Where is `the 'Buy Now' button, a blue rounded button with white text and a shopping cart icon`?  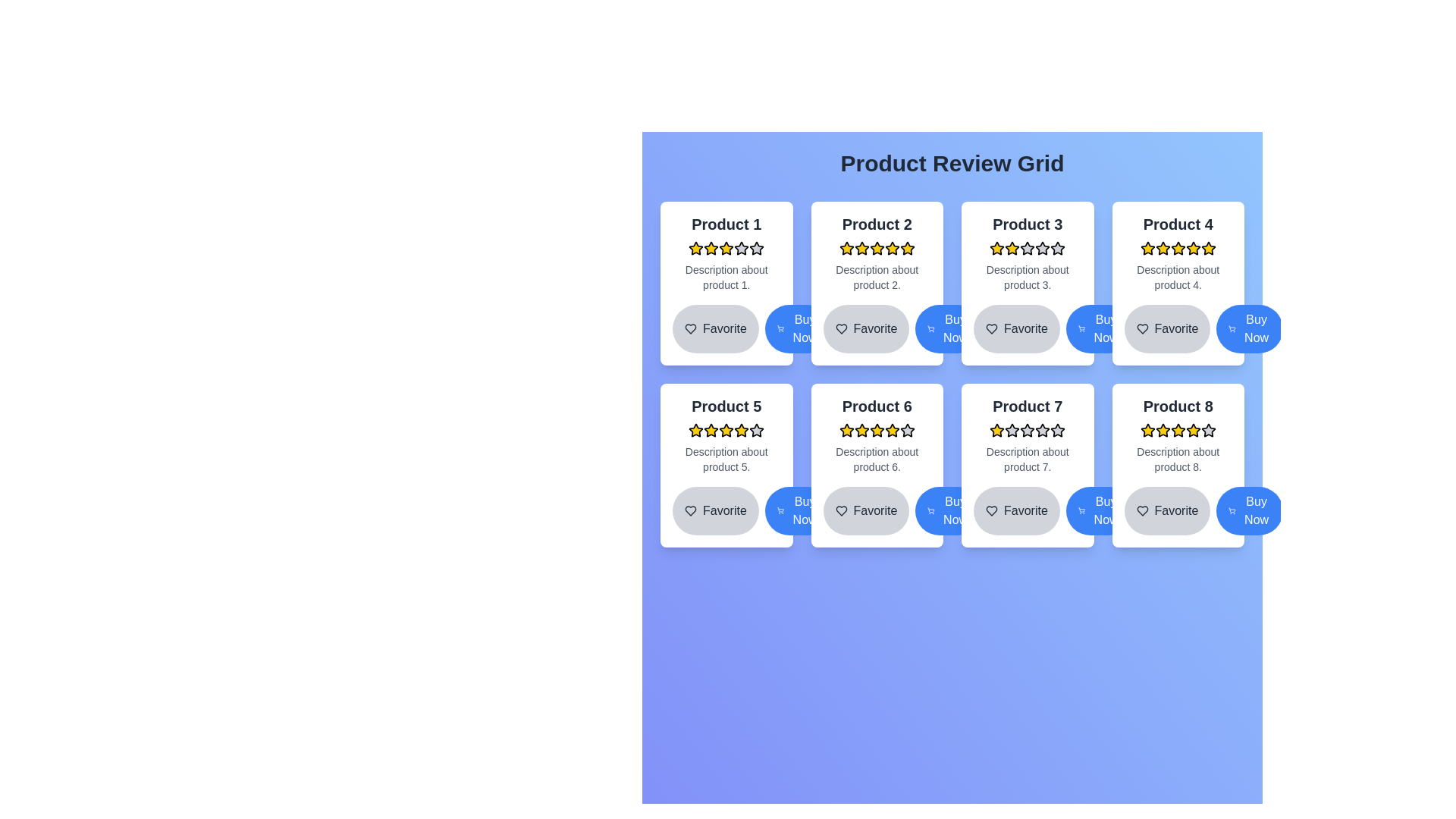
the 'Buy Now' button, a blue rounded button with white text and a shopping cart icon is located at coordinates (797, 328).